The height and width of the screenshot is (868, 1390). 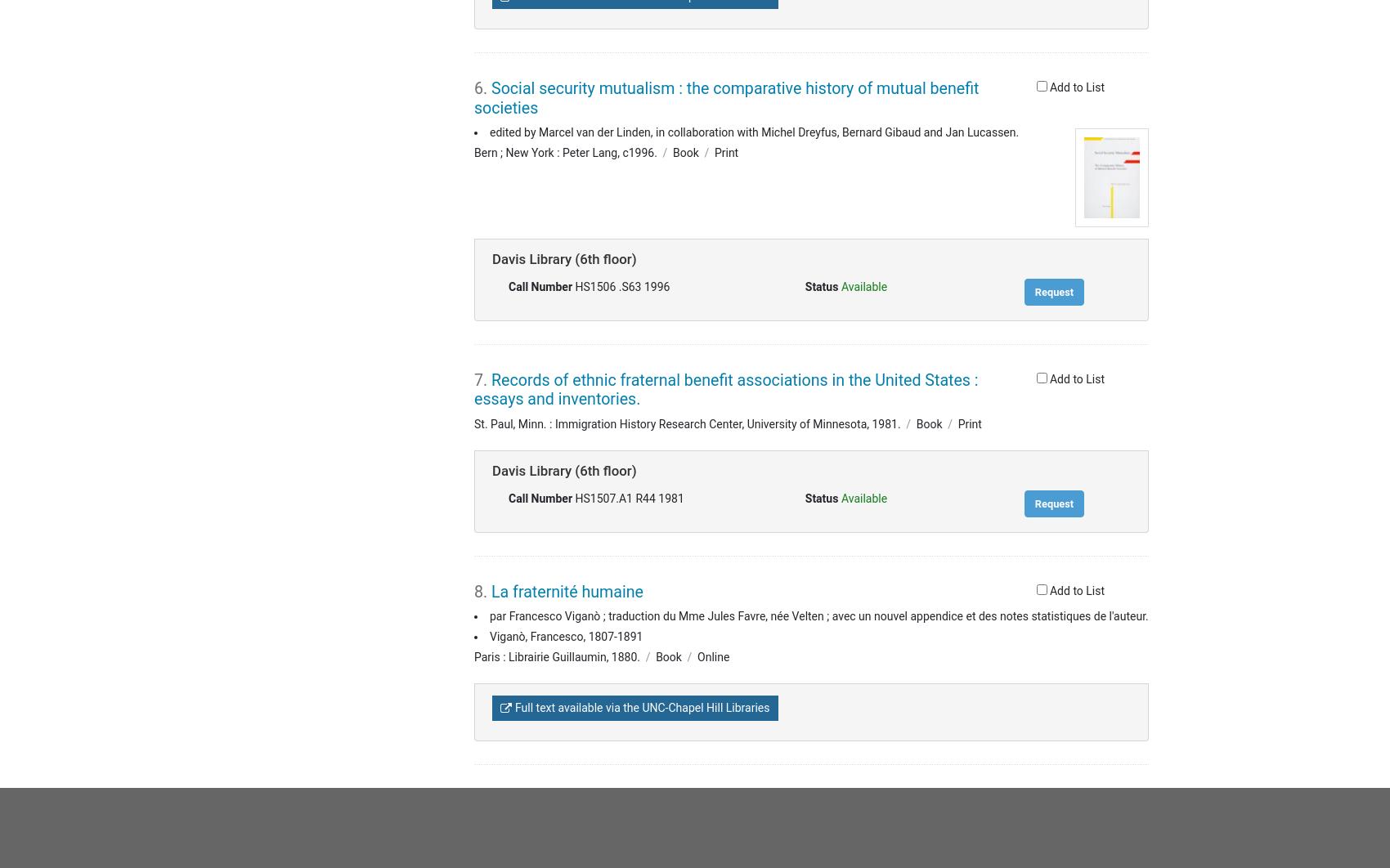 I want to click on 'Paris : Librairie Guillaumin, 1880.', so click(x=473, y=656).